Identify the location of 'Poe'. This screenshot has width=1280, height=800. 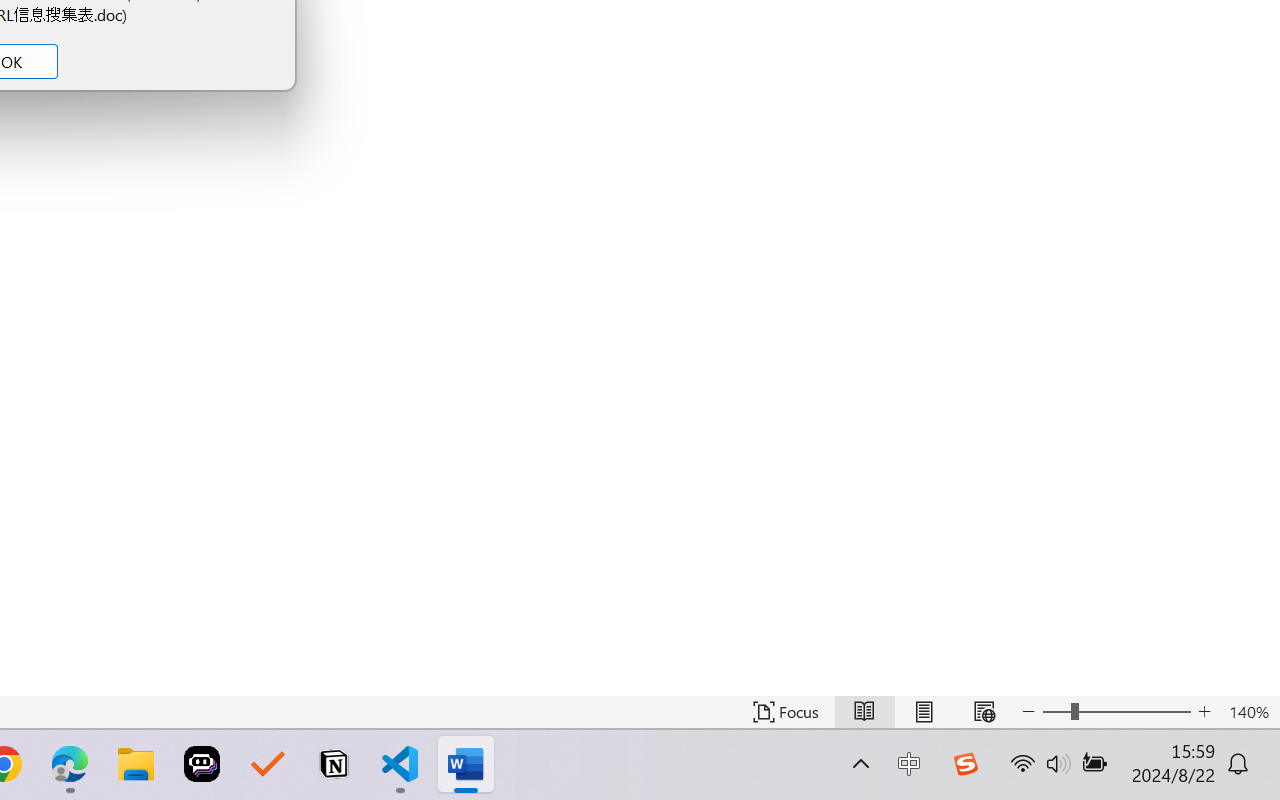
(202, 764).